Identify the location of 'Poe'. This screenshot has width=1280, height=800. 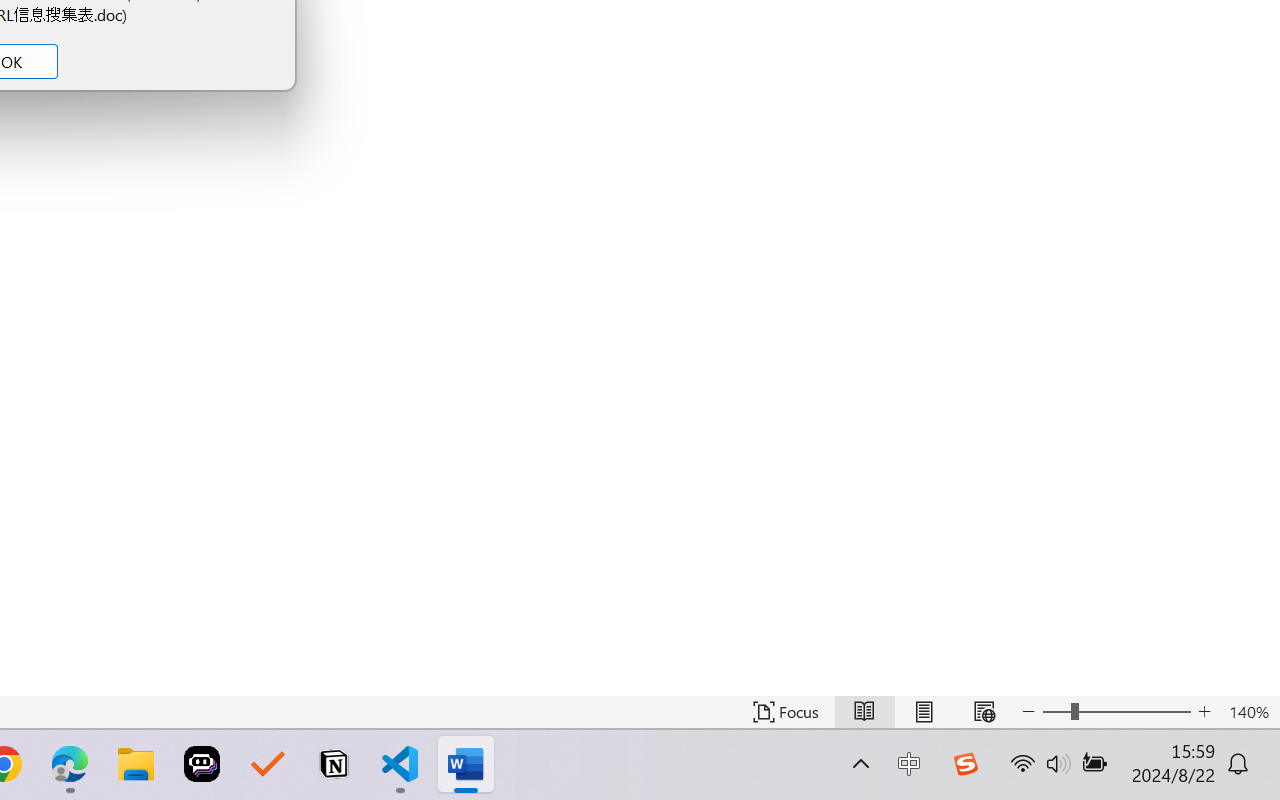
(202, 764).